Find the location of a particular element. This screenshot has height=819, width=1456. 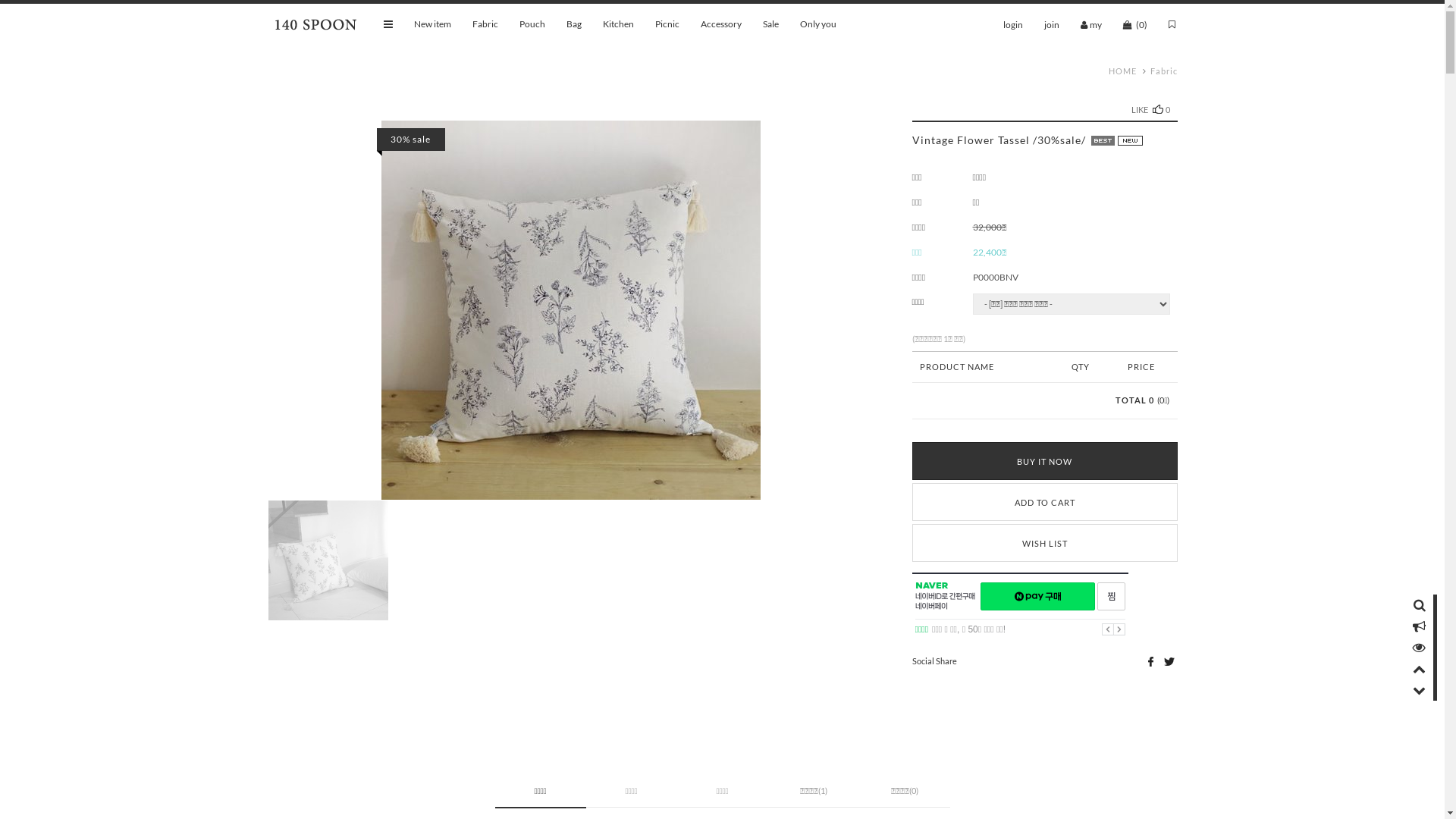

'HOME' is located at coordinates (1122, 71).